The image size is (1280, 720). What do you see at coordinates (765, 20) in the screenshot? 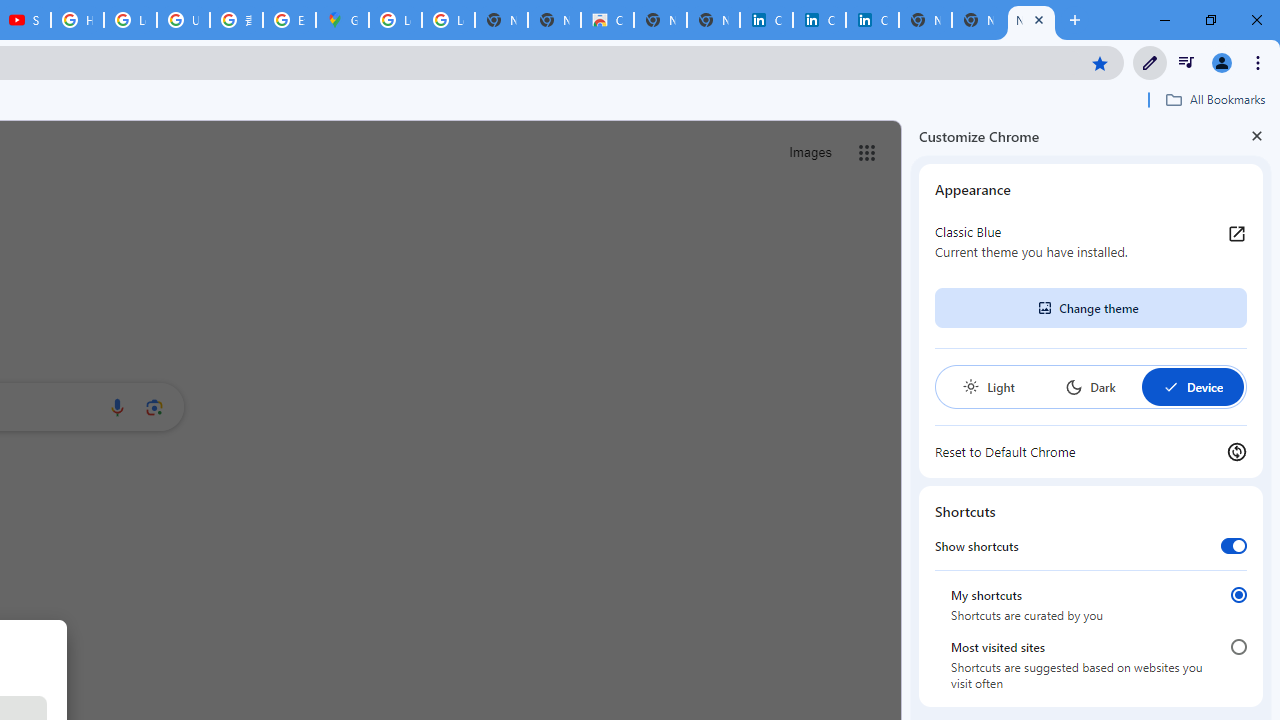
I see `'Cookie Policy | LinkedIn'` at bounding box center [765, 20].